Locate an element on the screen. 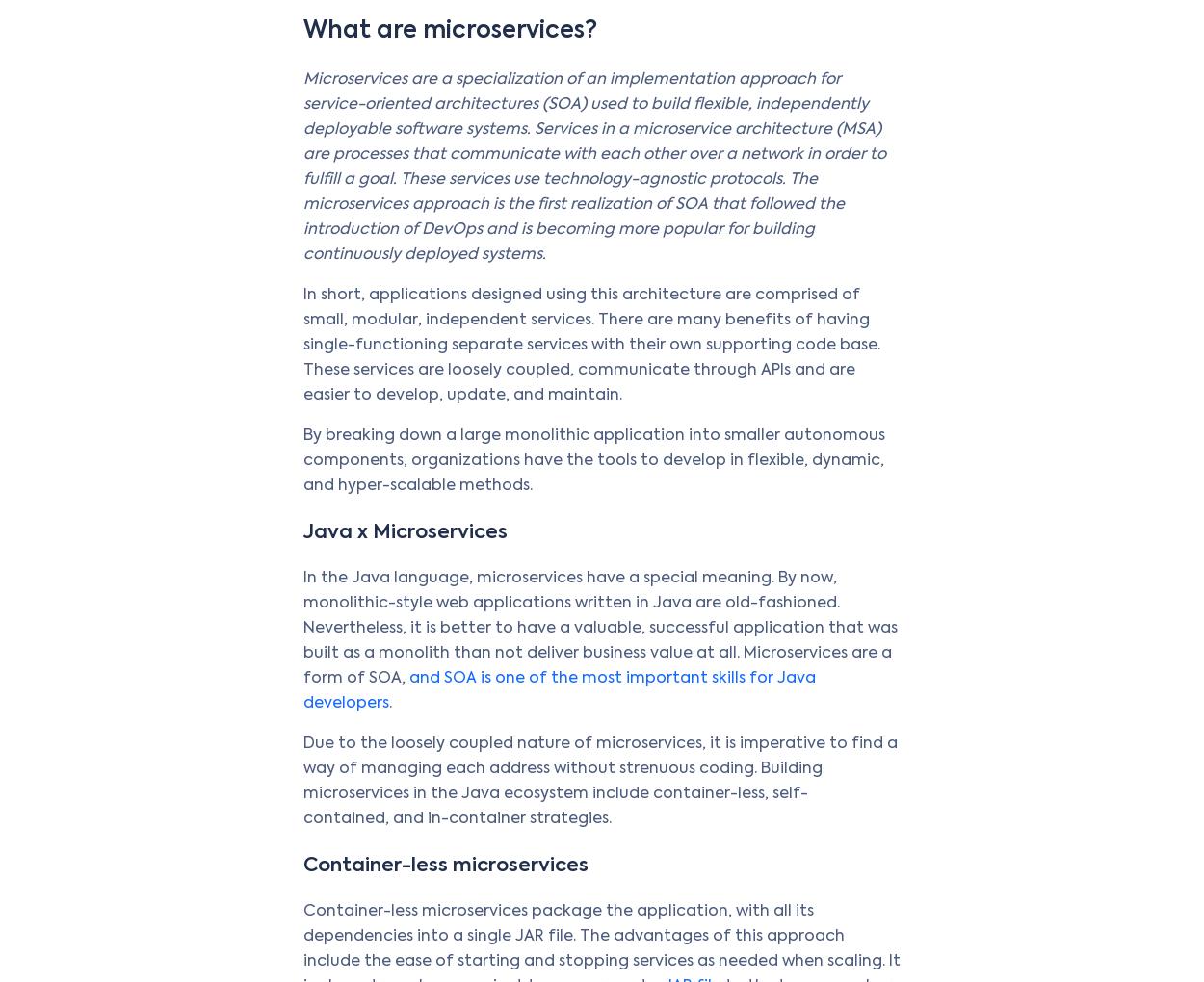 This screenshot has width=1204, height=982. 'Enterprise Architecture Management (EAM)' is located at coordinates (418, 493).